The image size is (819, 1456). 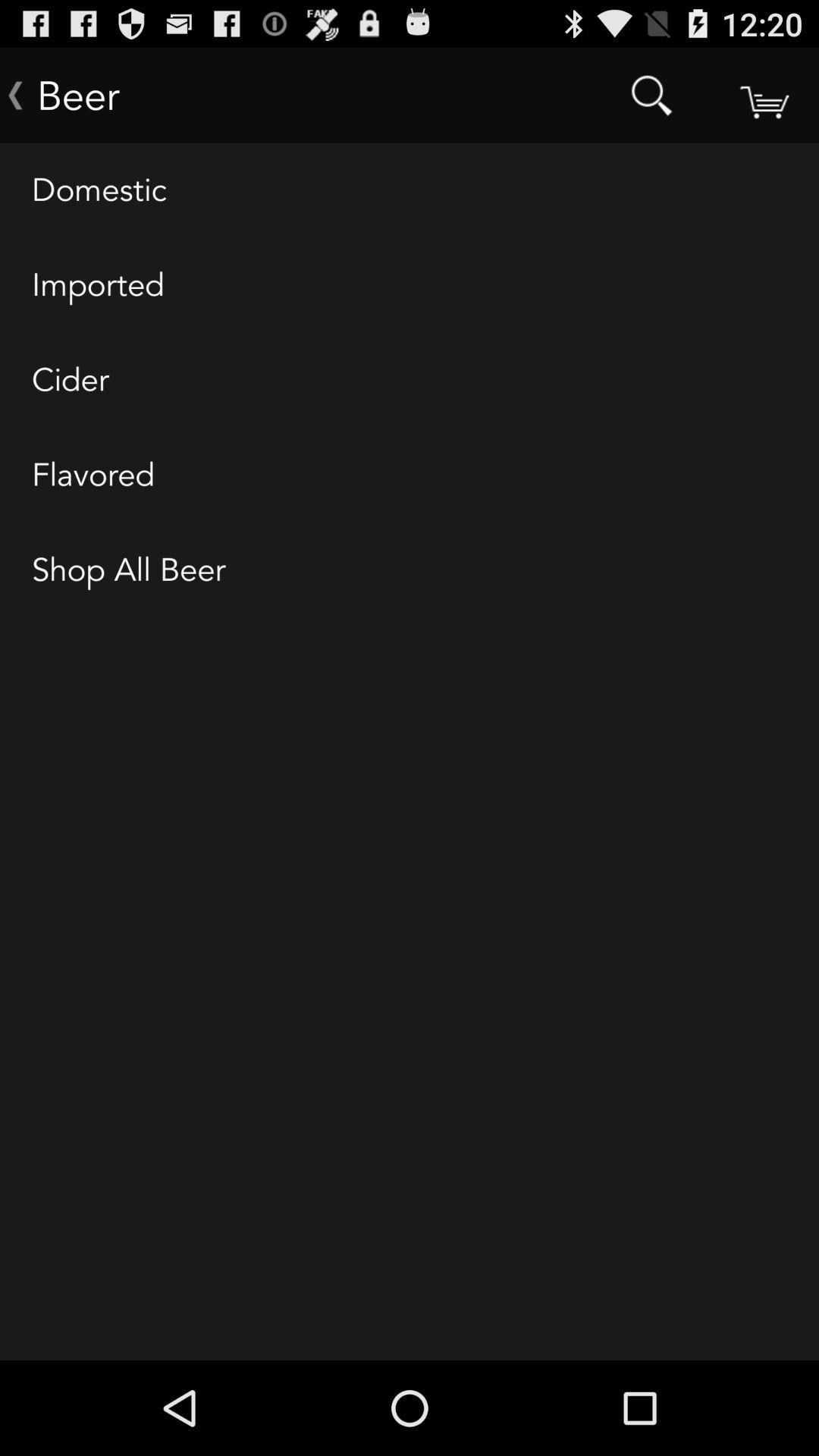 I want to click on the item below the domestic item, so click(x=409, y=286).